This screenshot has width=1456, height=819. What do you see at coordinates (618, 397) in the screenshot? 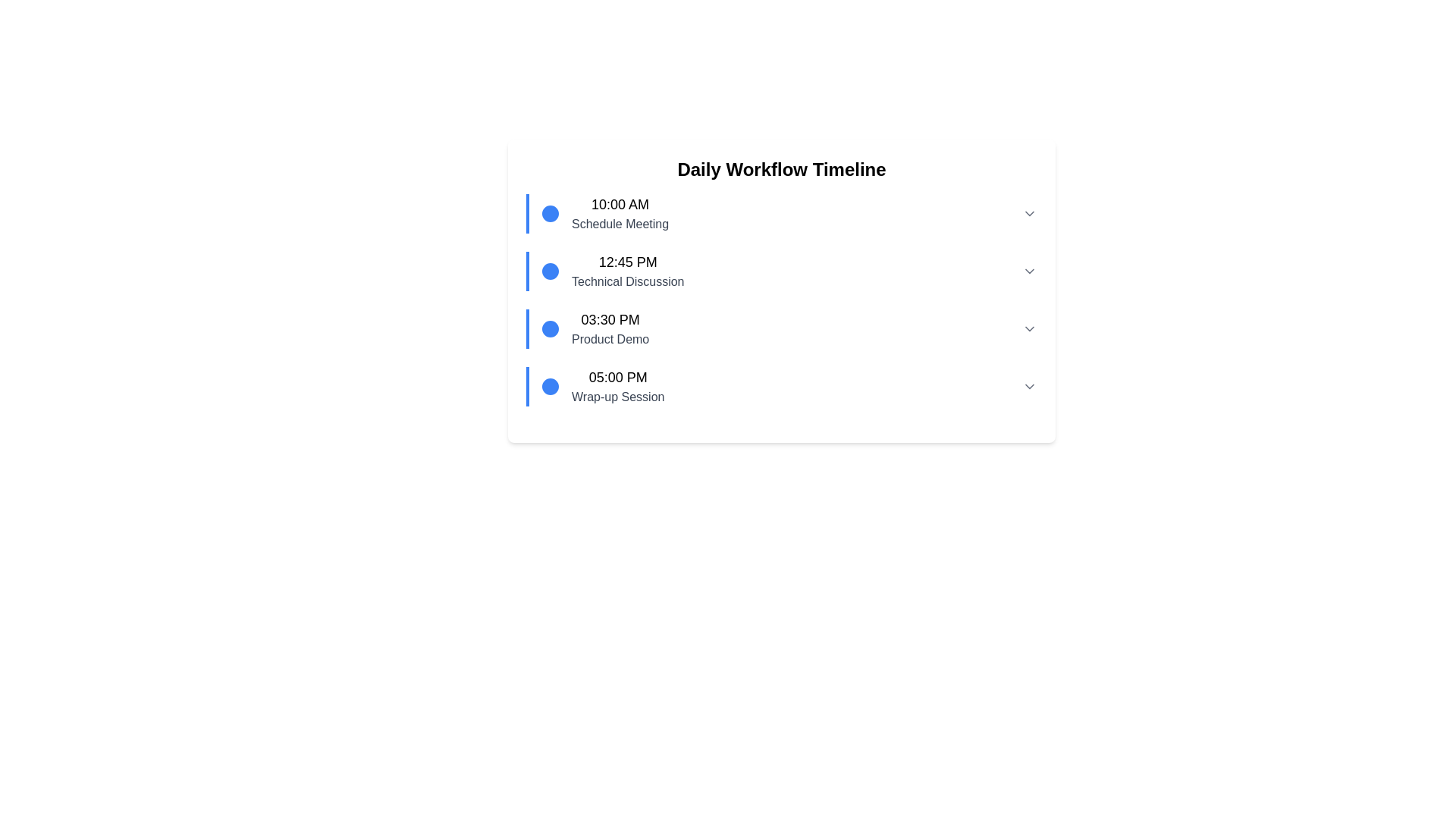
I see `the 'Wrap-up Session' text label, which is located at the bottom of the timeline list and is the second line of the fourth timeline item, directly underneath the time label '05:00 PM'` at bounding box center [618, 397].